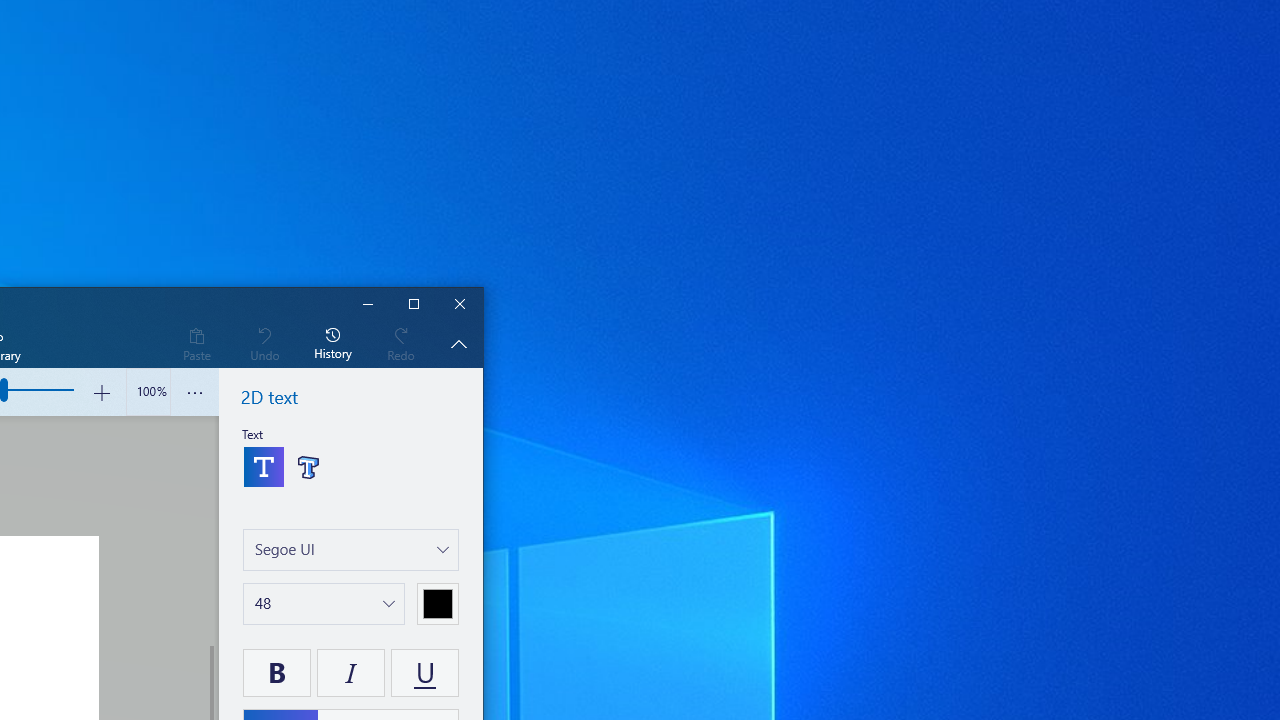  Describe the element at coordinates (100, 392) in the screenshot. I see `'Zoom in'` at that location.